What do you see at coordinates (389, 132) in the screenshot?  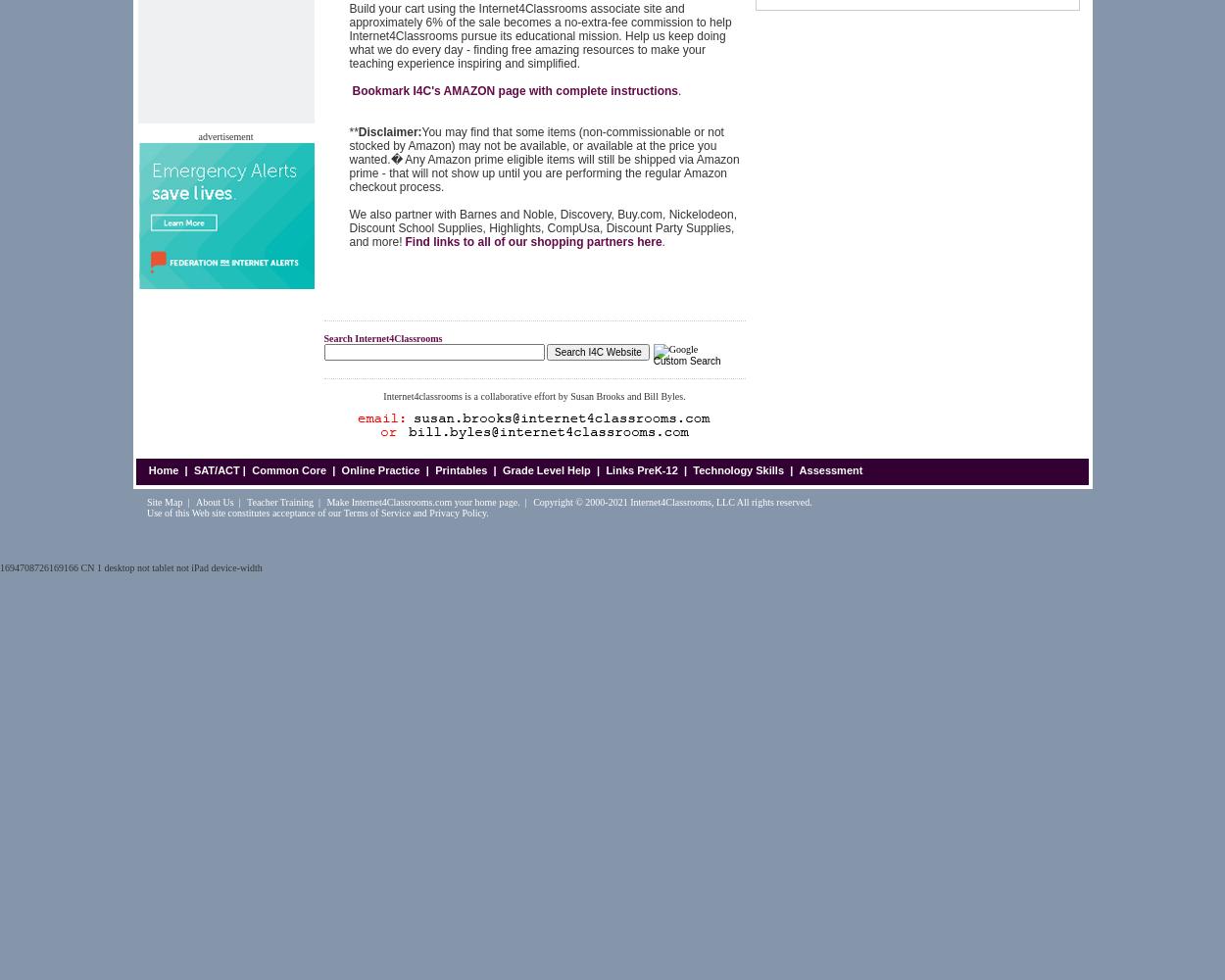 I see `'Disclaimer:'` at bounding box center [389, 132].